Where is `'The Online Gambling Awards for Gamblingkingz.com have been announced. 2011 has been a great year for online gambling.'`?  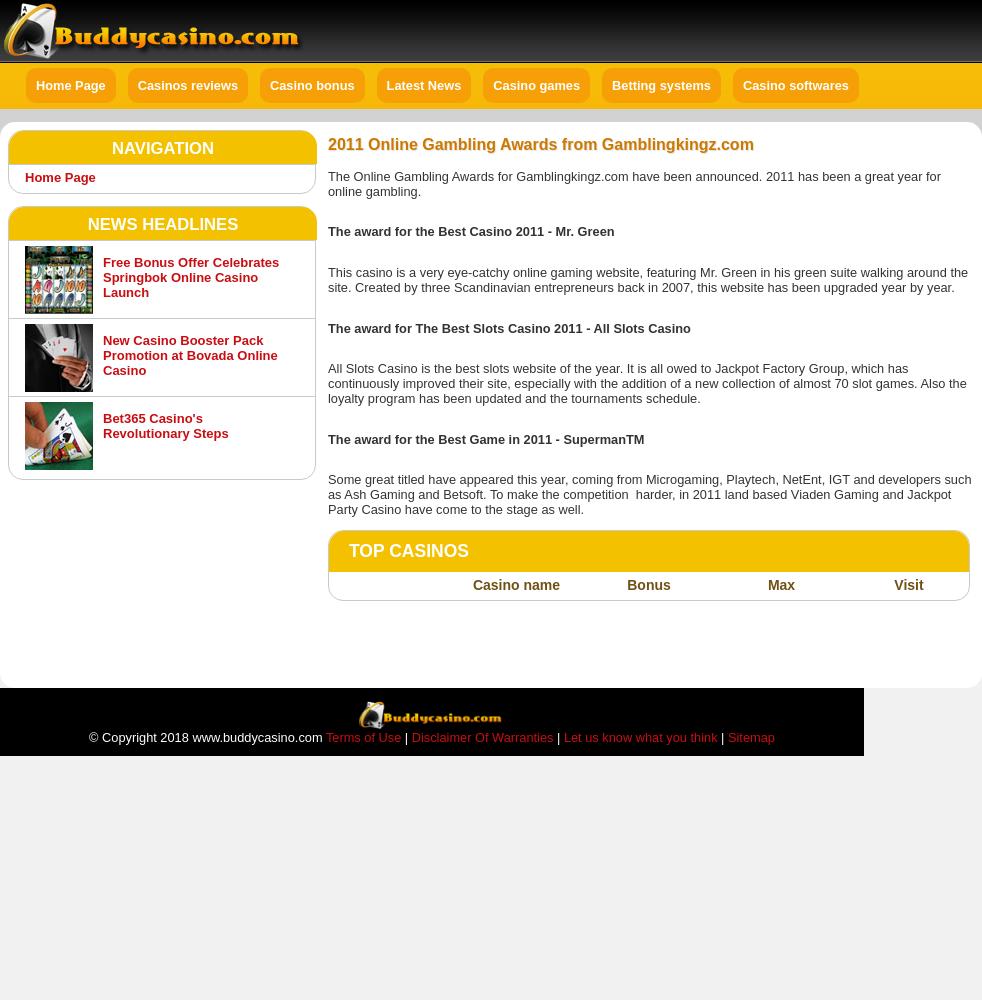
'The Online Gambling Awards for Gamblingkingz.com have been announced. 2011 has been a great year for online gambling.' is located at coordinates (632, 183).